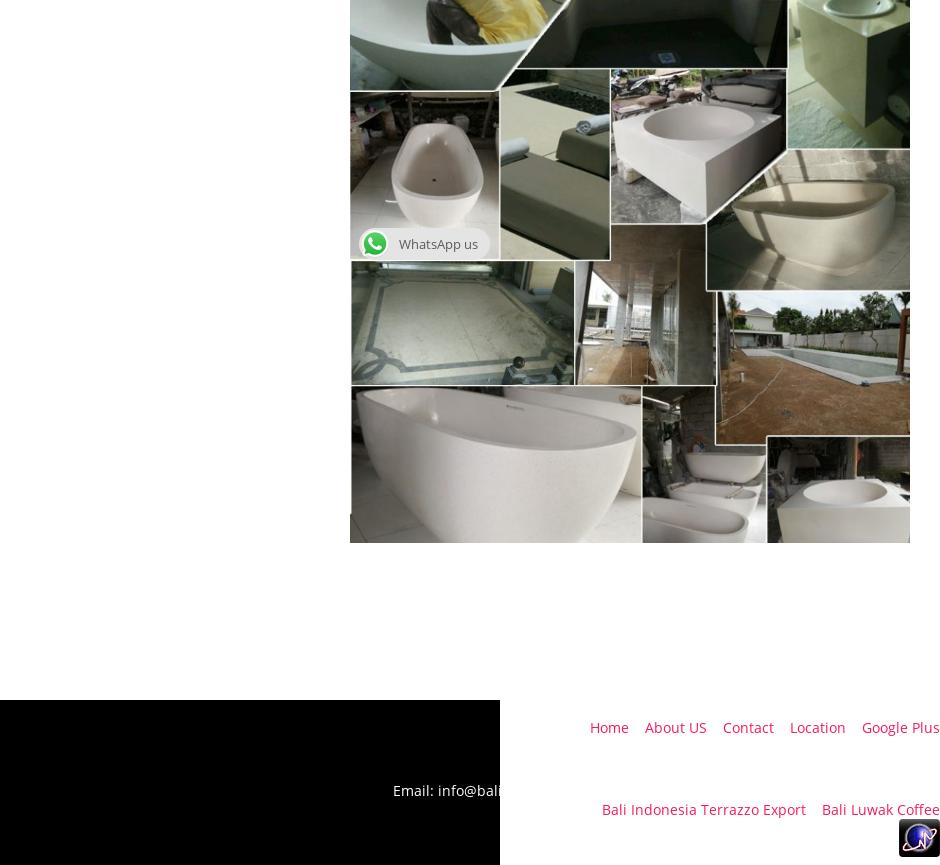 Image resolution: width=940 pixels, height=865 pixels. What do you see at coordinates (747, 726) in the screenshot?
I see `'Contact'` at bounding box center [747, 726].